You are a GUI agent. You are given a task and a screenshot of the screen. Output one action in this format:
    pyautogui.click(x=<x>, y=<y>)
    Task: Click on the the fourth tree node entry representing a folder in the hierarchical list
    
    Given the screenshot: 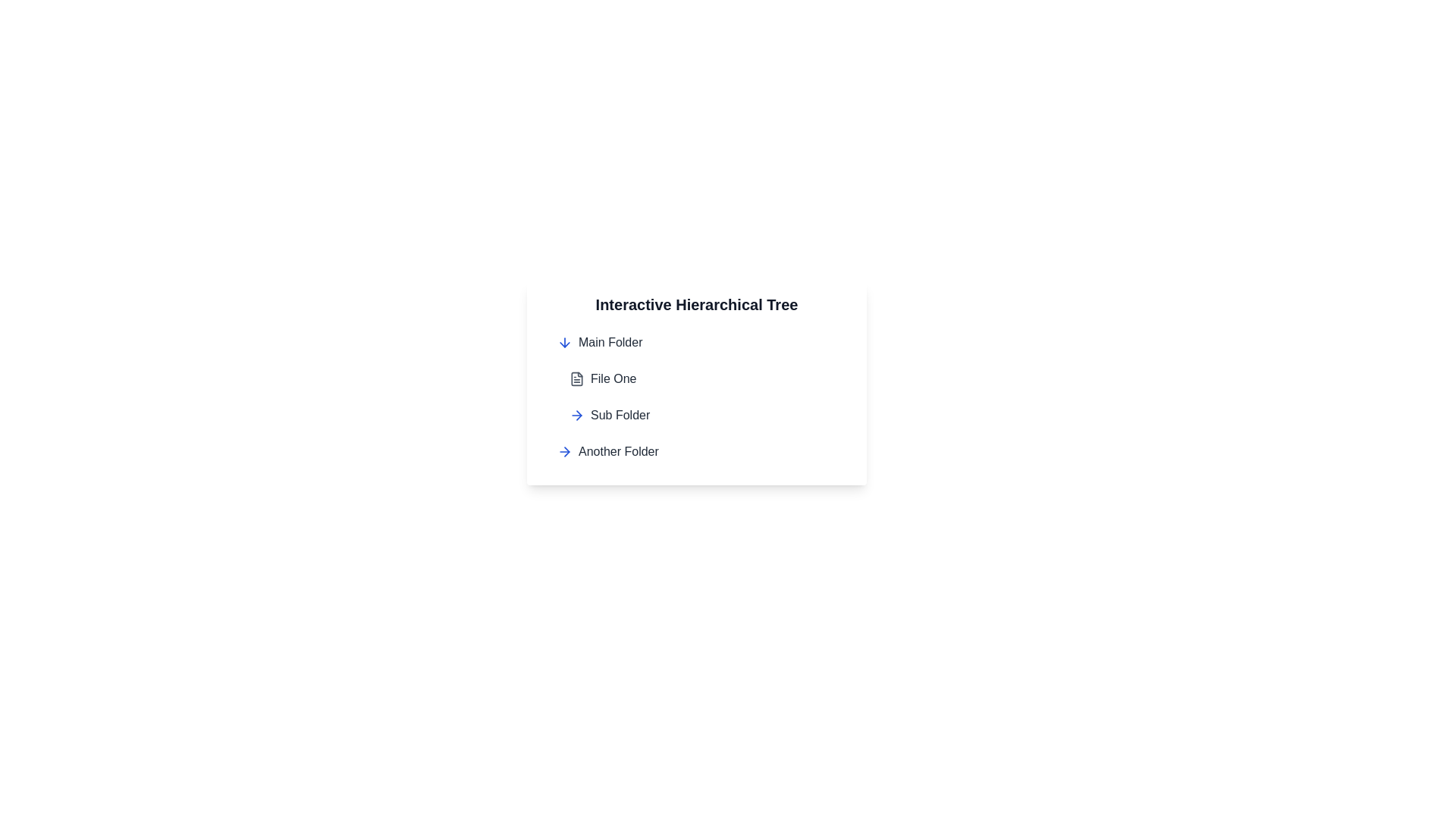 What is the action you would take?
    pyautogui.click(x=701, y=451)
    